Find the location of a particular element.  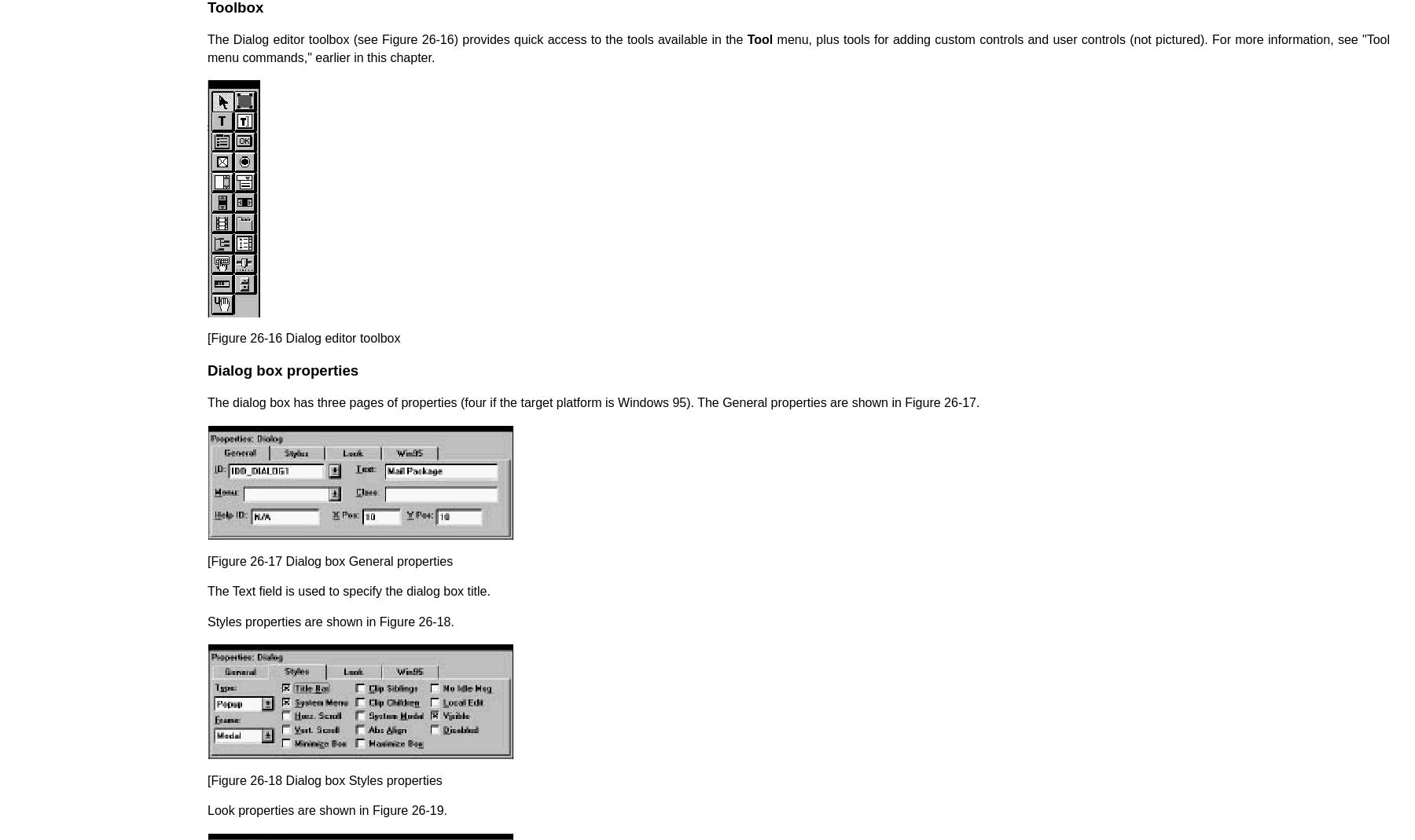

'Styles properties are shown in Figure 26-18.' is located at coordinates (330, 621).